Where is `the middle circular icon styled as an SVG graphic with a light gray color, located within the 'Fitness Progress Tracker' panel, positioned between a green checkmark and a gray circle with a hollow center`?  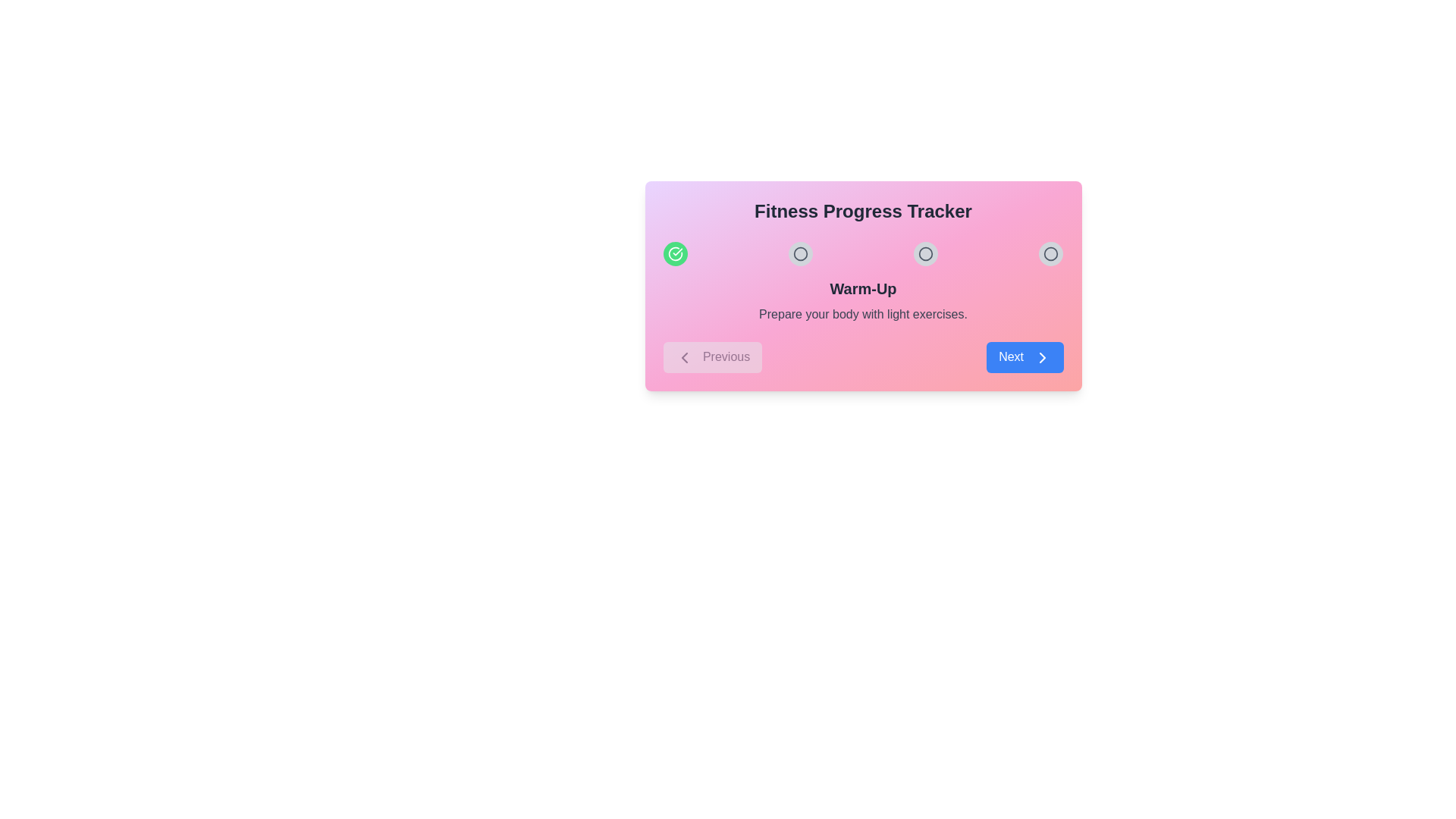 the middle circular icon styled as an SVG graphic with a light gray color, located within the 'Fitness Progress Tracker' panel, positioned between a green checkmark and a gray circle with a hollow center is located at coordinates (925, 253).